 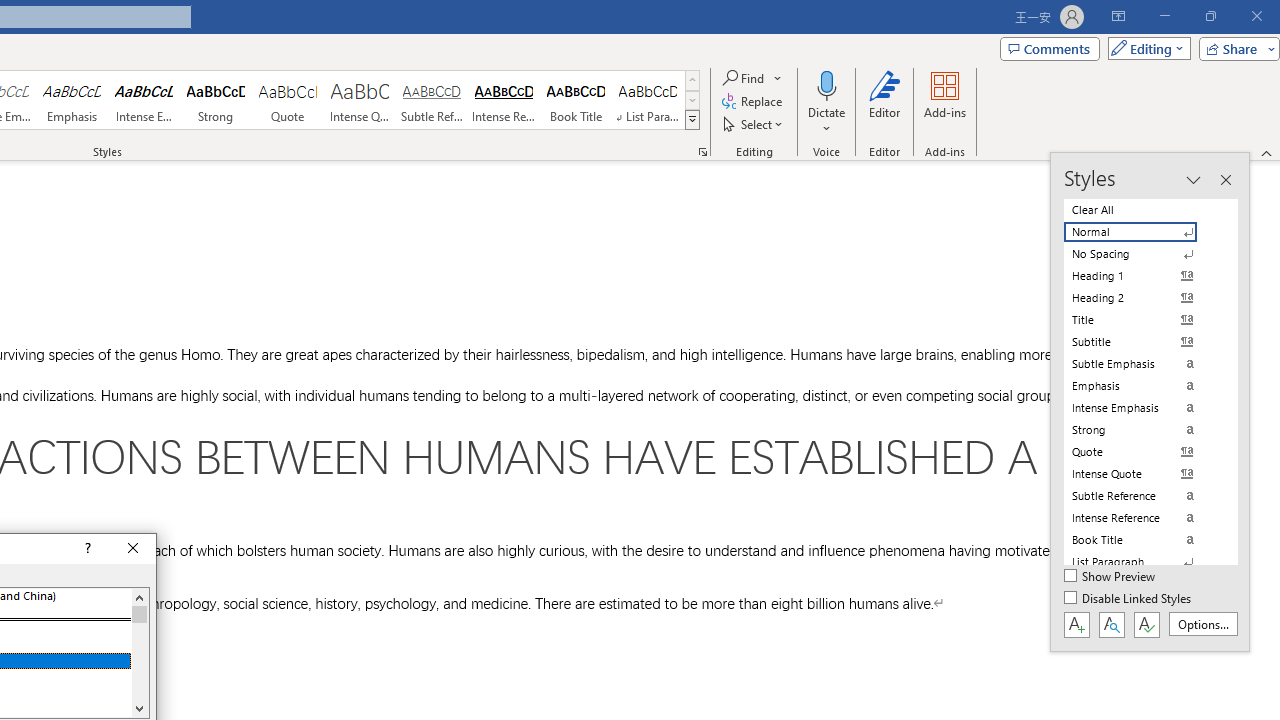 What do you see at coordinates (1142, 231) in the screenshot?
I see `'Normal'` at bounding box center [1142, 231].